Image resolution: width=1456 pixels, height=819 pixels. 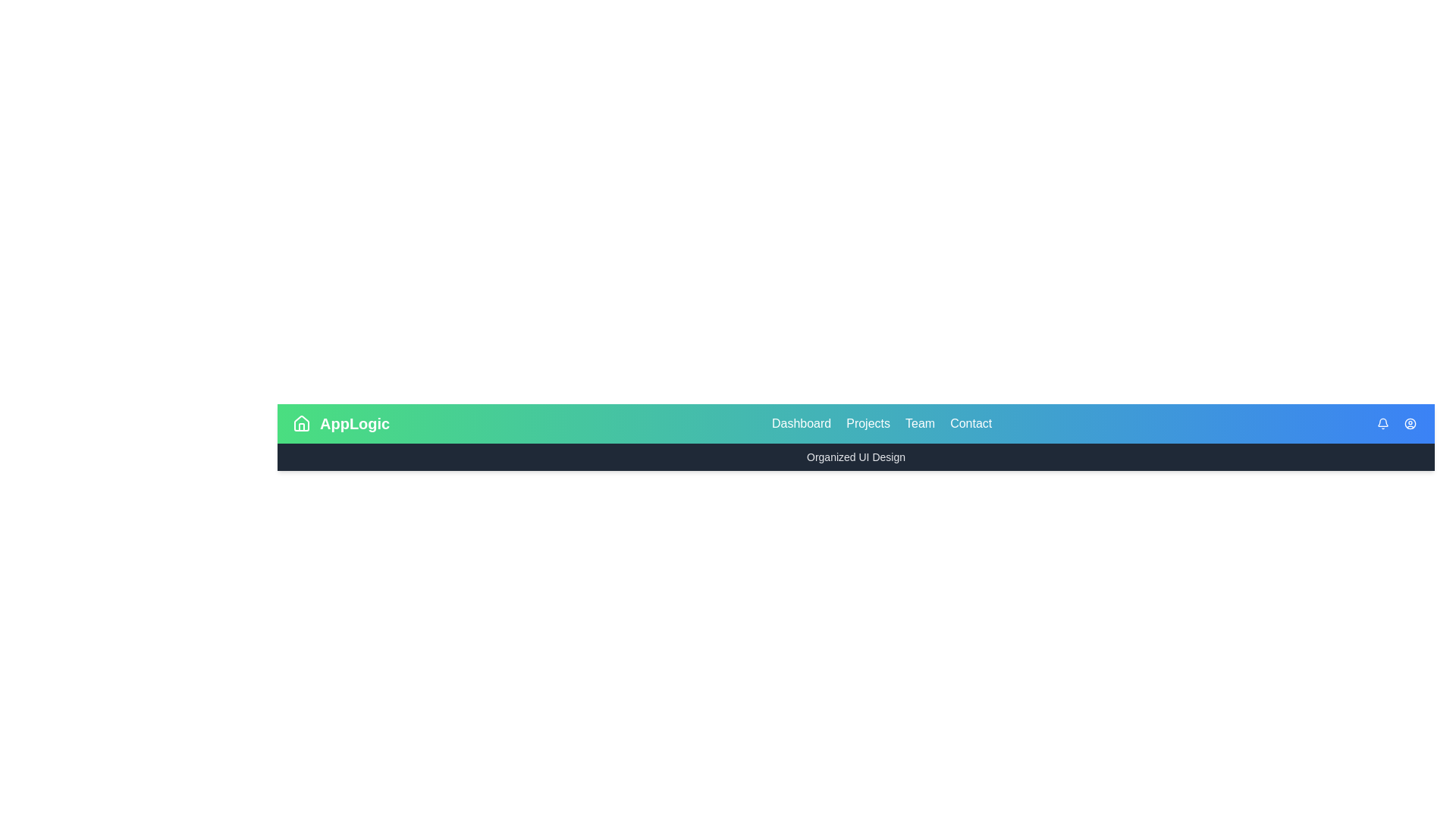 I want to click on the interactive element Bell Icon to observe the visual response, so click(x=1383, y=424).